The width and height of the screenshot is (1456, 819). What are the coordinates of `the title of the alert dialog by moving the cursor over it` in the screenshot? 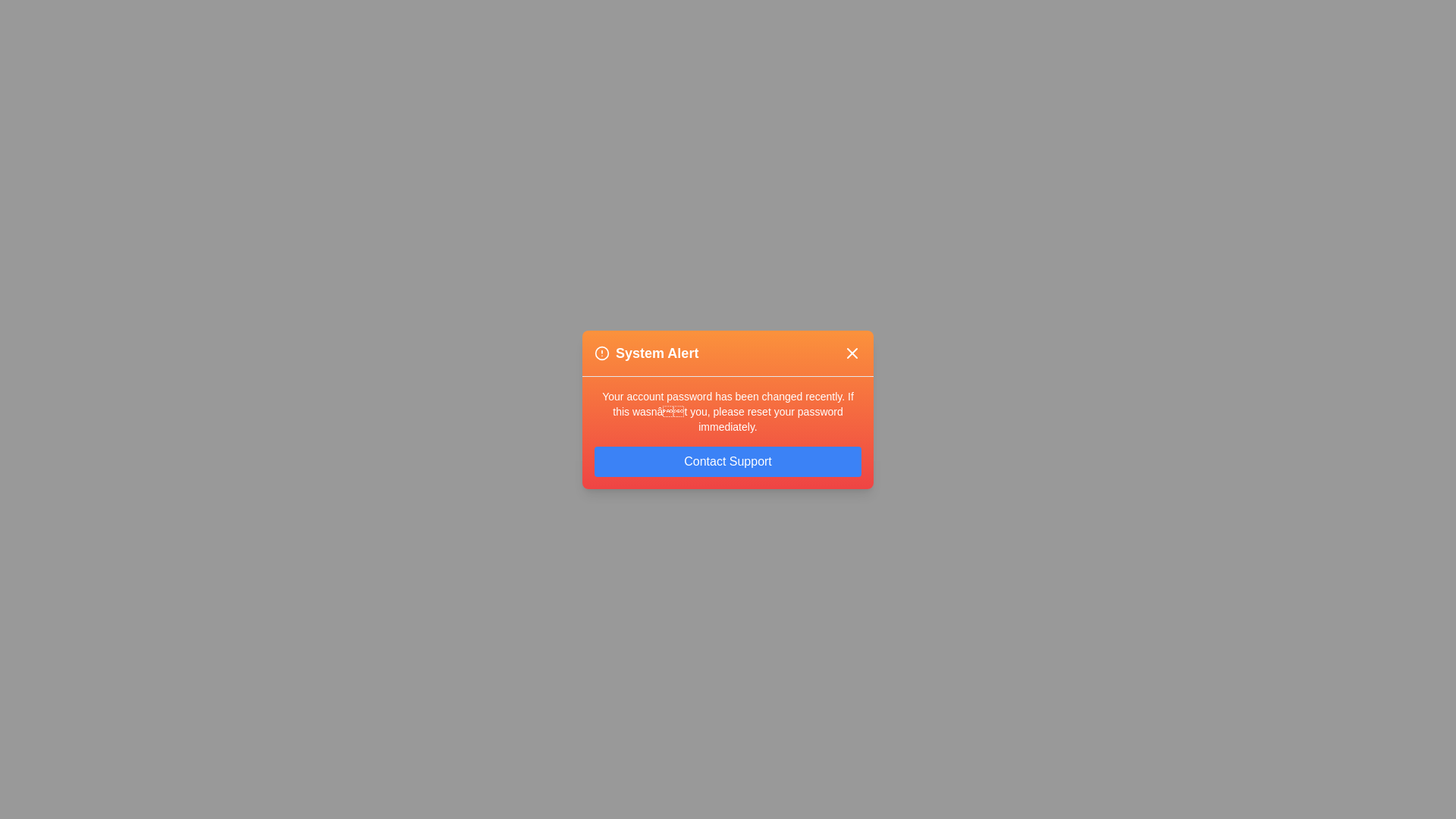 It's located at (728, 353).